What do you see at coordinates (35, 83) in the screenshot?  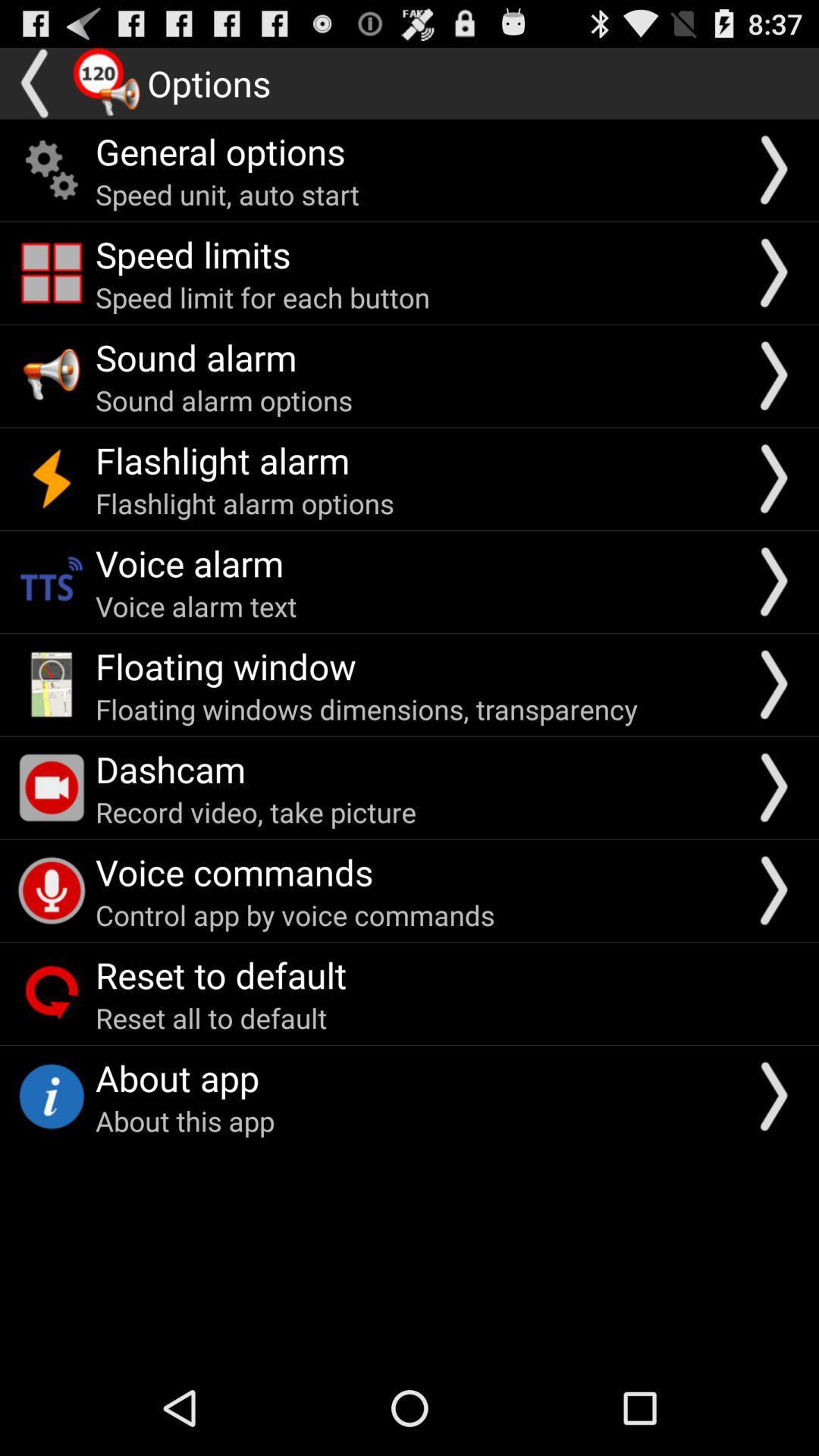 I see `back button` at bounding box center [35, 83].